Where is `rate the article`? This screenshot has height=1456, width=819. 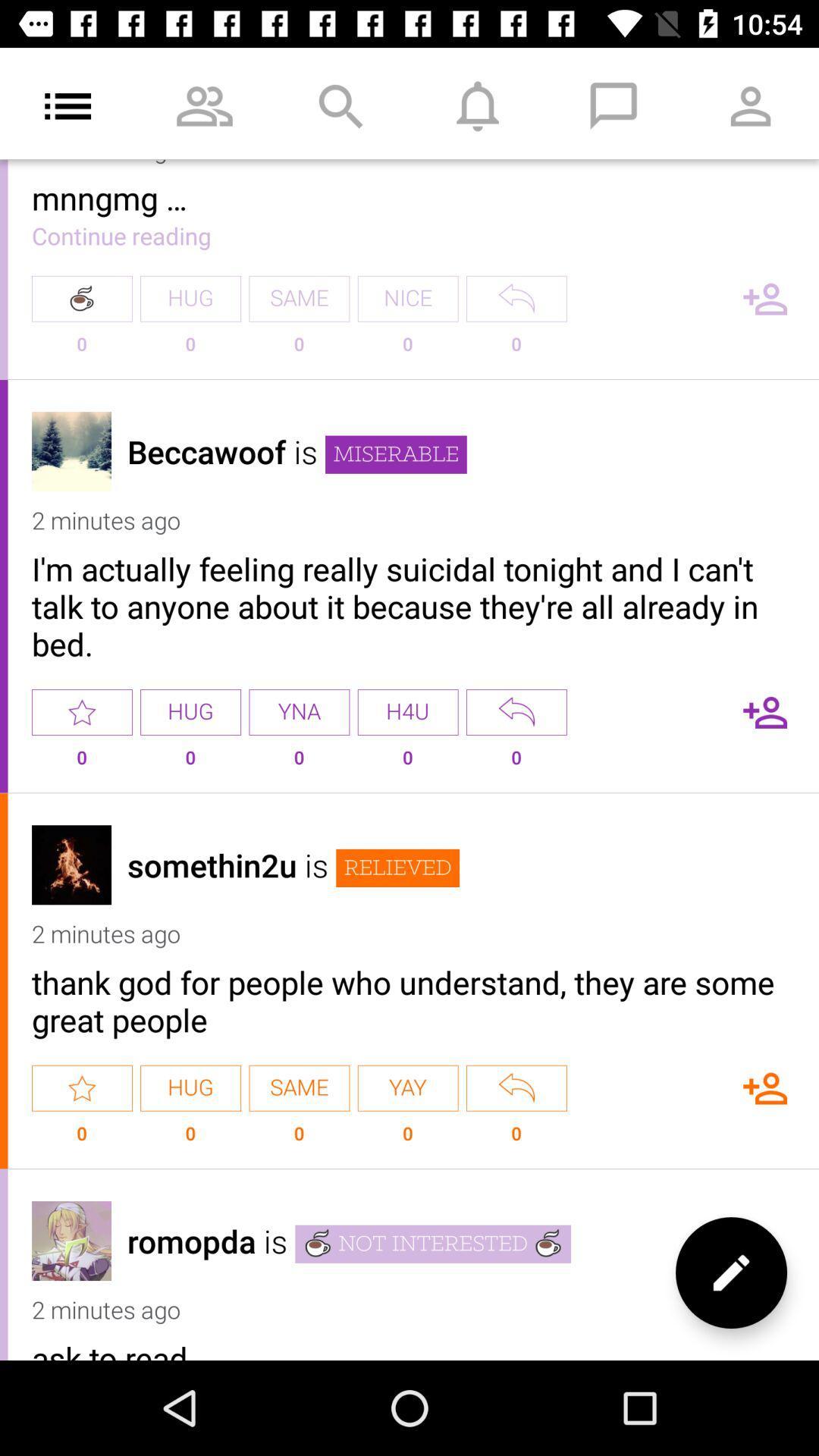 rate the article is located at coordinates (82, 711).